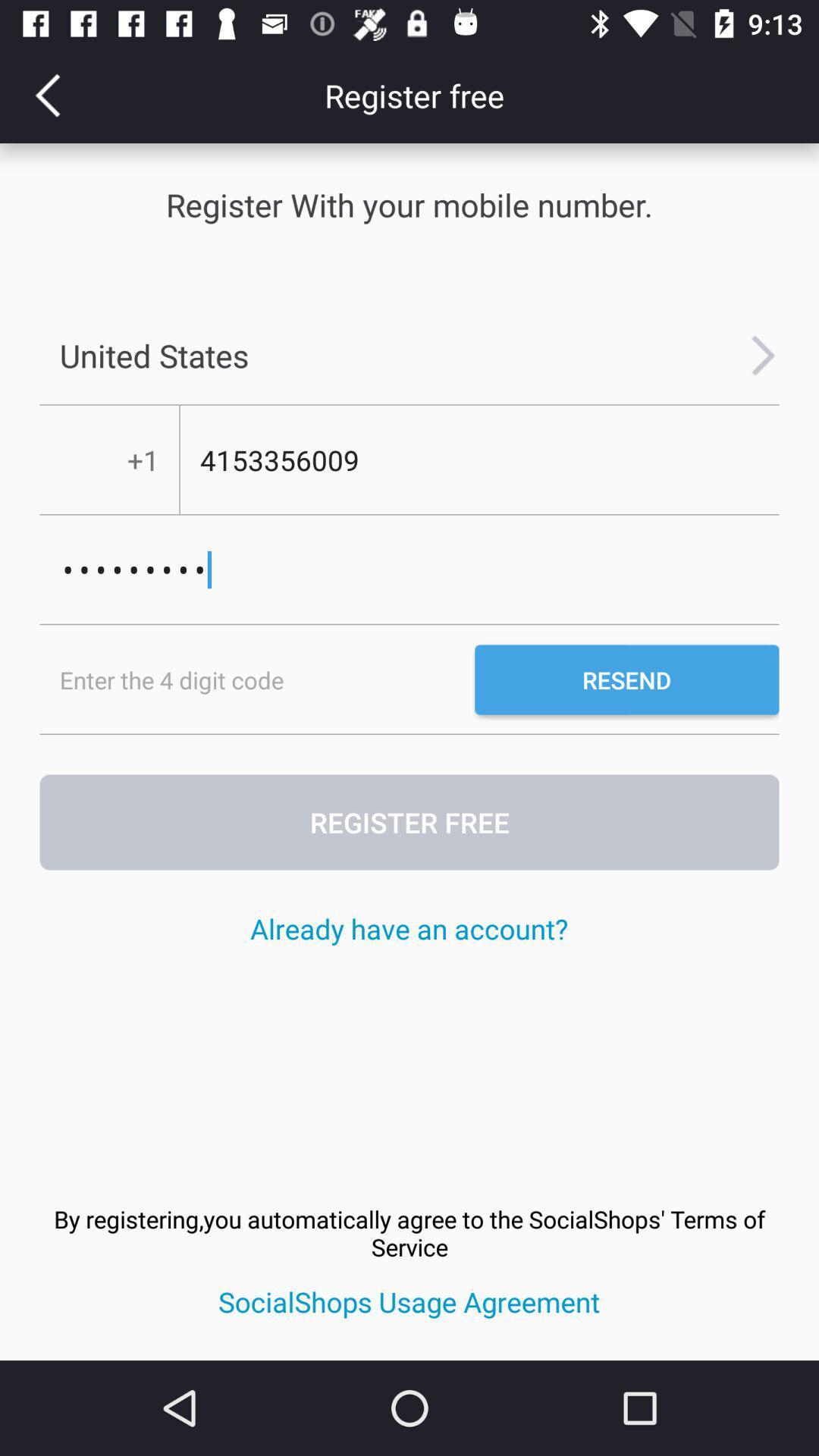 This screenshot has height=1456, width=819. What do you see at coordinates (256, 679) in the screenshot?
I see `the item below the crowd3116 icon` at bounding box center [256, 679].